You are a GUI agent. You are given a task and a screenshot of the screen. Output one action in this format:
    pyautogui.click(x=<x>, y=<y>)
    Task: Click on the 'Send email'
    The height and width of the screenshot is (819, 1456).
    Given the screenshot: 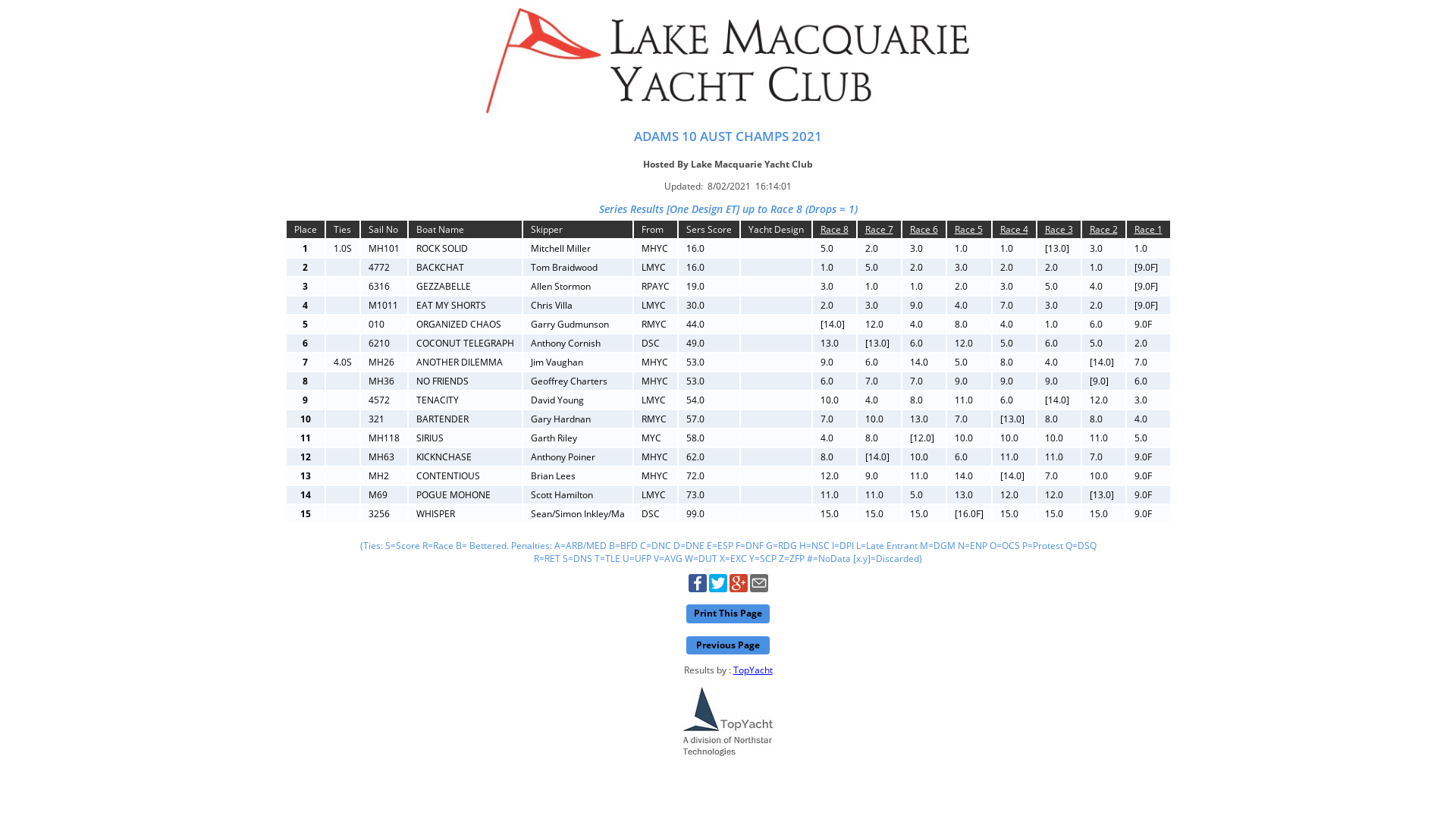 What is the action you would take?
    pyautogui.click(x=758, y=588)
    